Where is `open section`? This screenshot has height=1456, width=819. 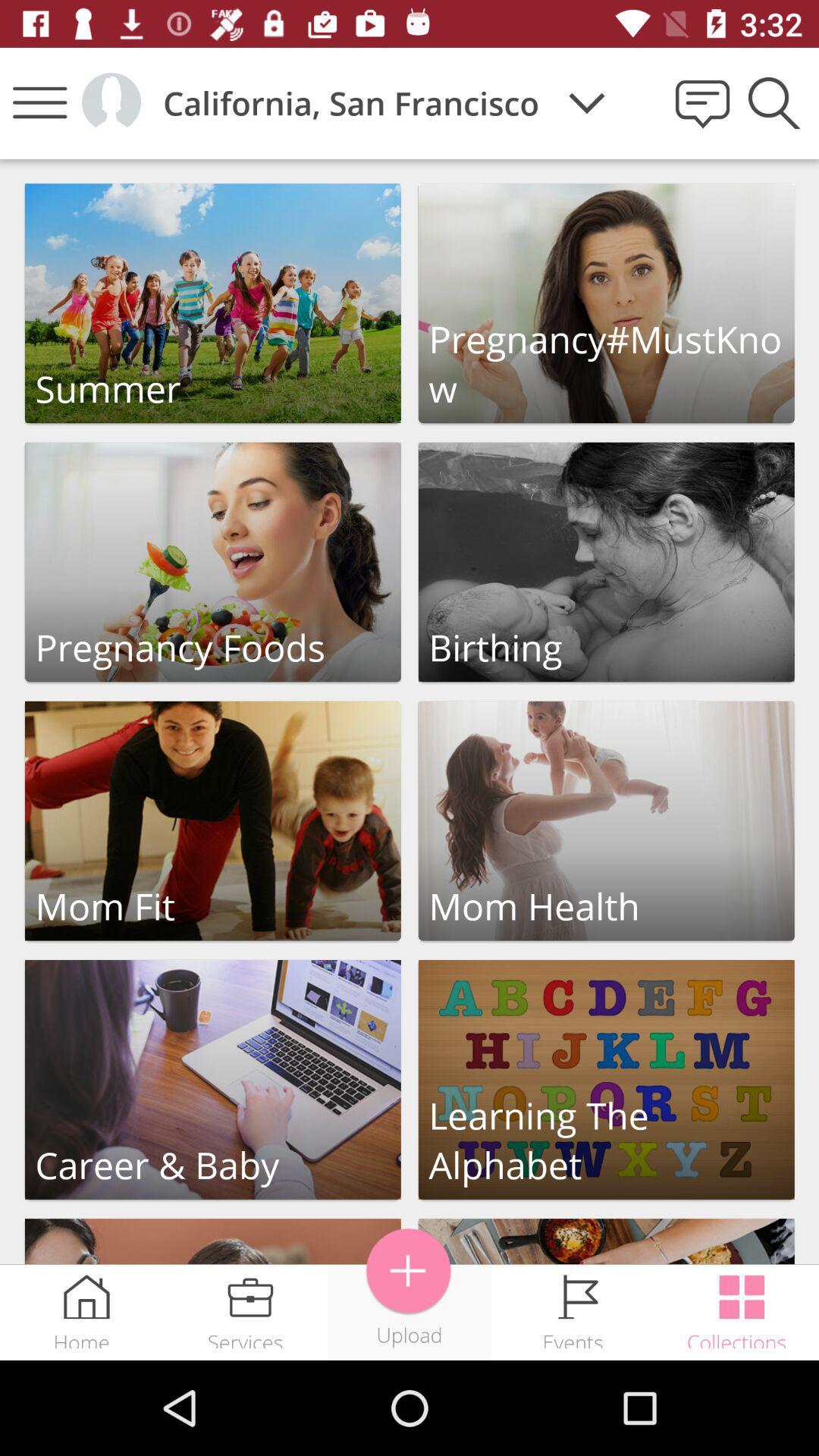 open section is located at coordinates (605, 820).